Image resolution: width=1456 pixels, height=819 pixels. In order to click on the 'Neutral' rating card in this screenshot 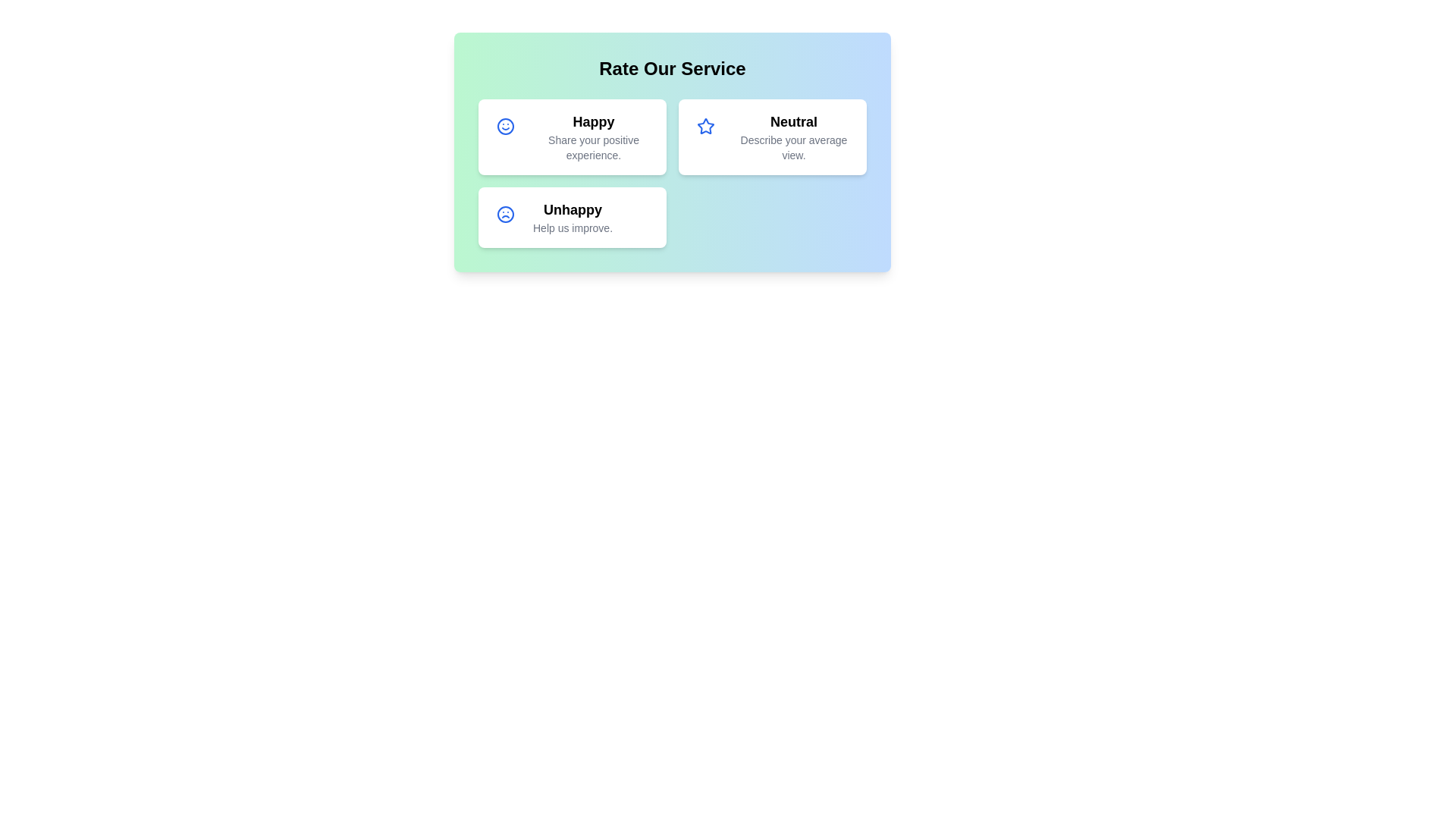, I will do `click(772, 137)`.